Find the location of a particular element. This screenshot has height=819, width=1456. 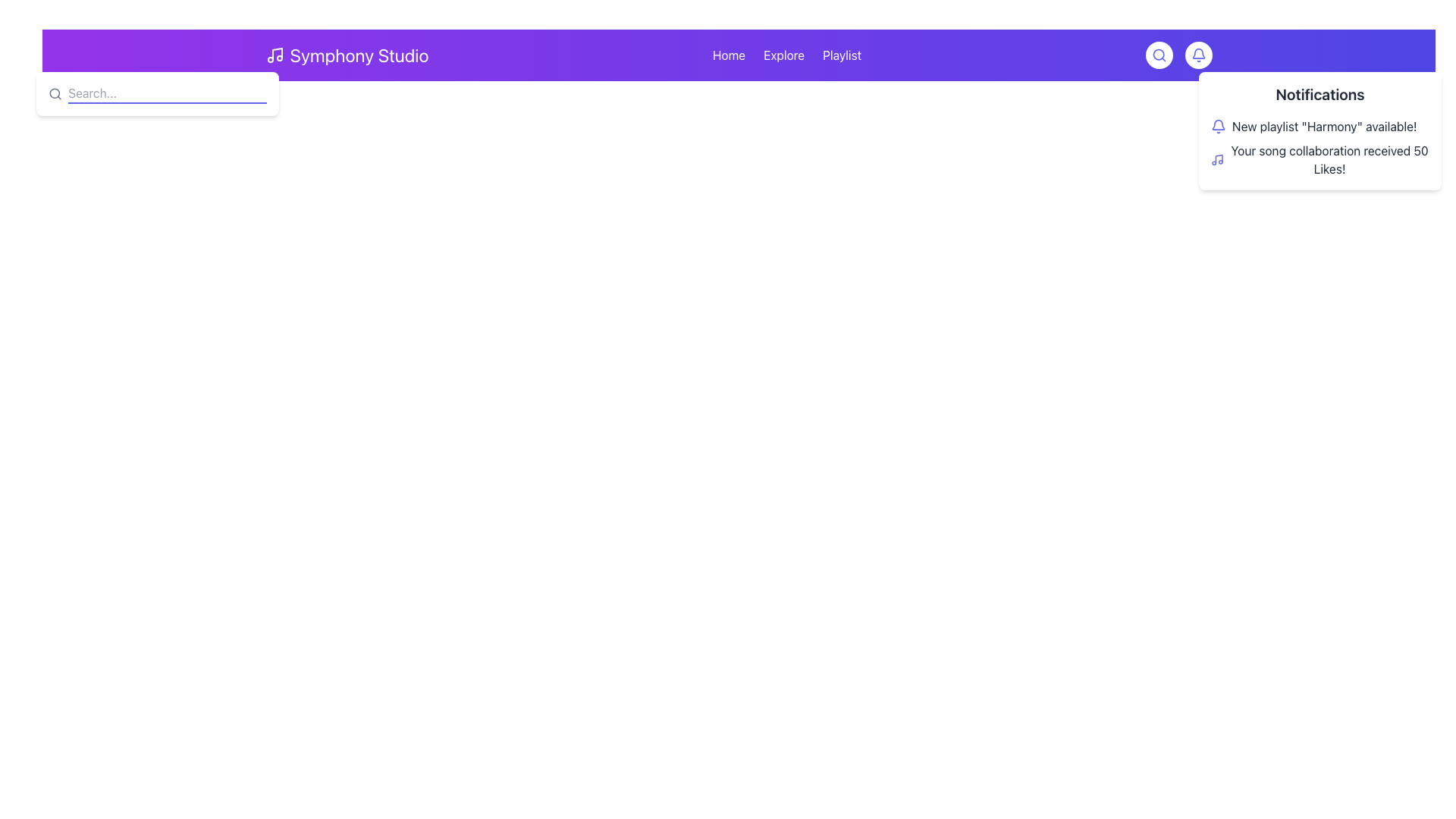

the circular button with a white background and indigo bell icon, located in the purple navigation bar is located at coordinates (1197, 55).